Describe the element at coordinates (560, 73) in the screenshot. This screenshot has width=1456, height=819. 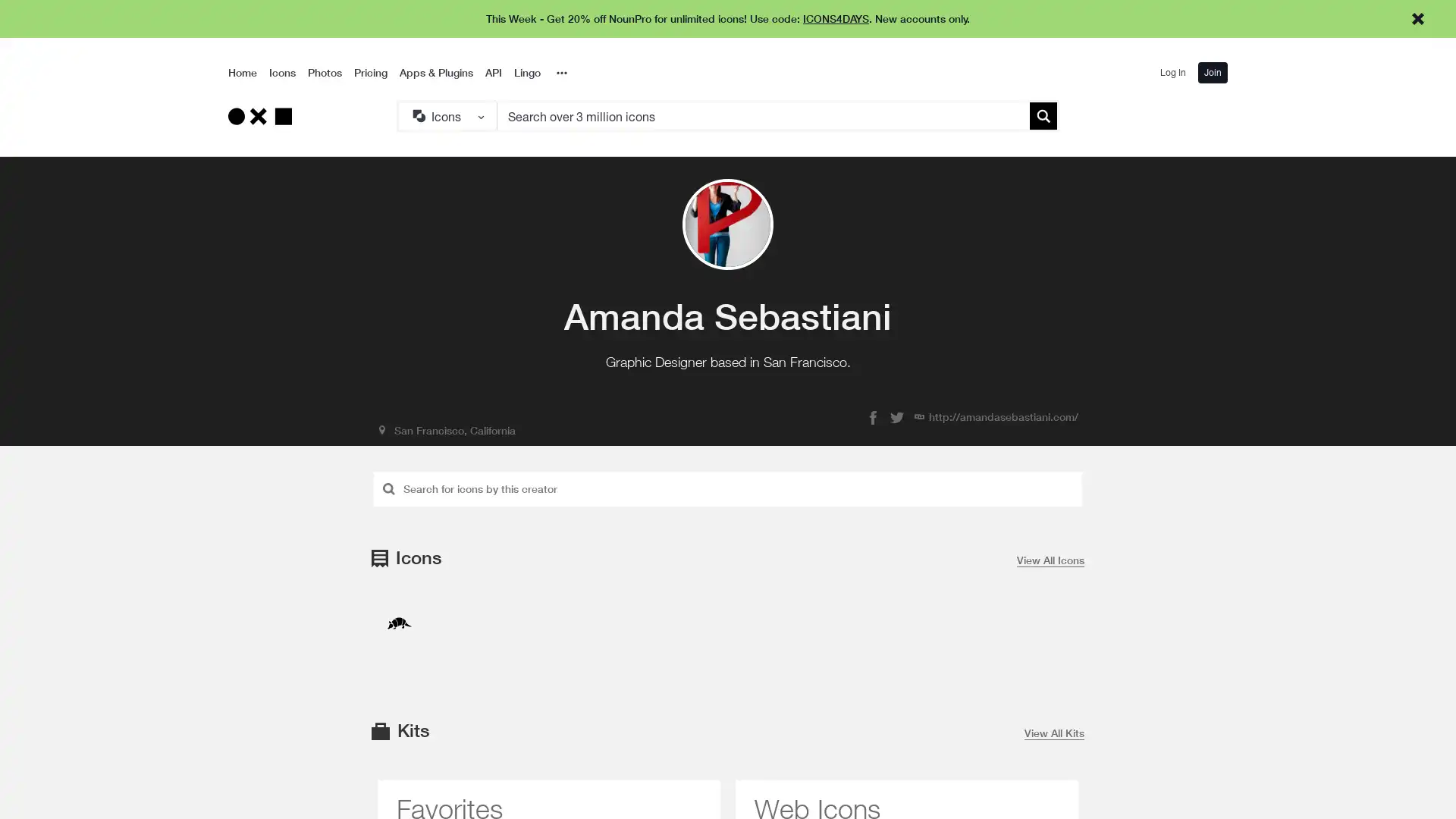
I see `Overflow Menu` at that location.